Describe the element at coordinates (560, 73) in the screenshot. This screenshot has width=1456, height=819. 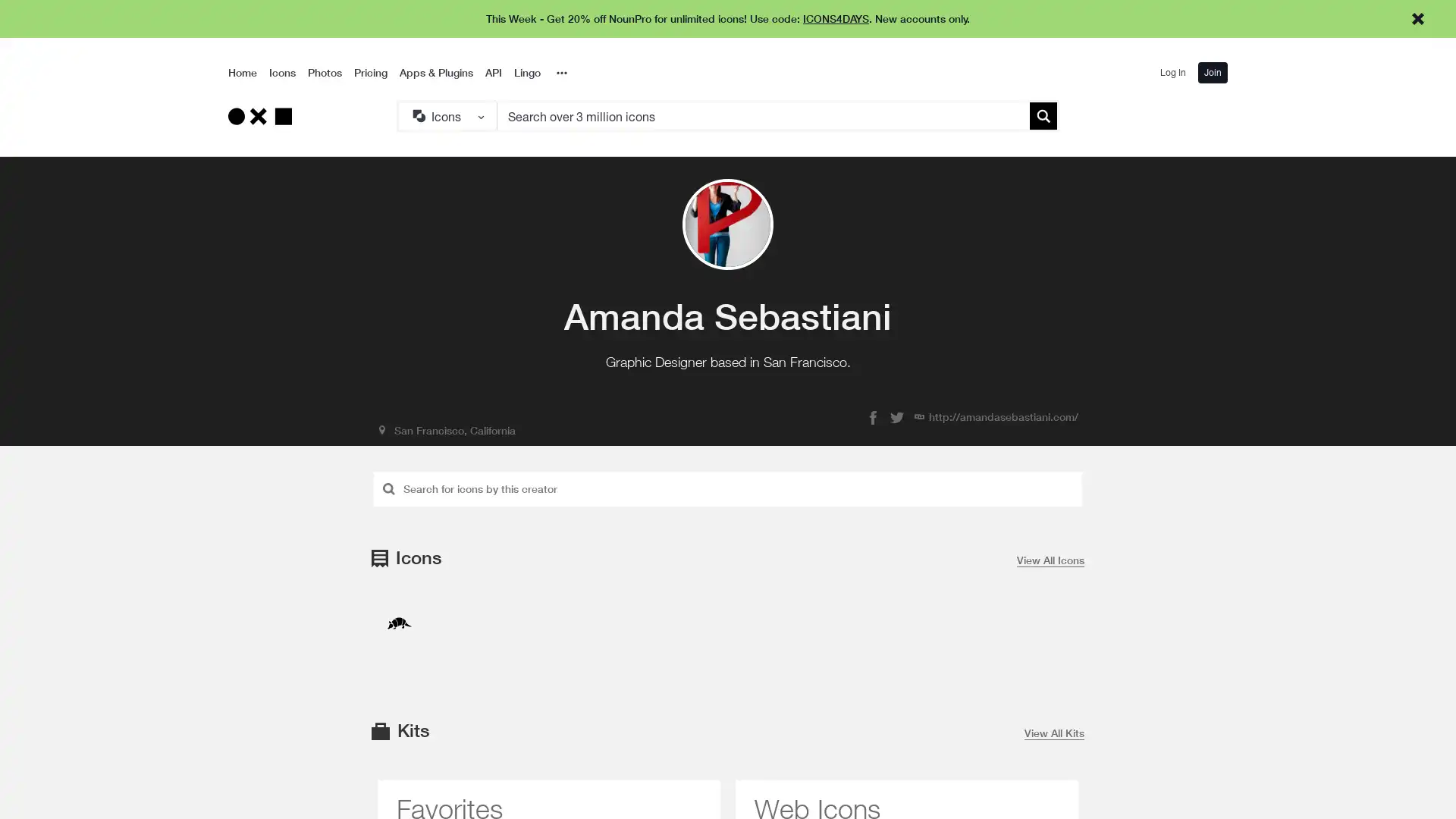
I see `Overflow Menu` at that location.